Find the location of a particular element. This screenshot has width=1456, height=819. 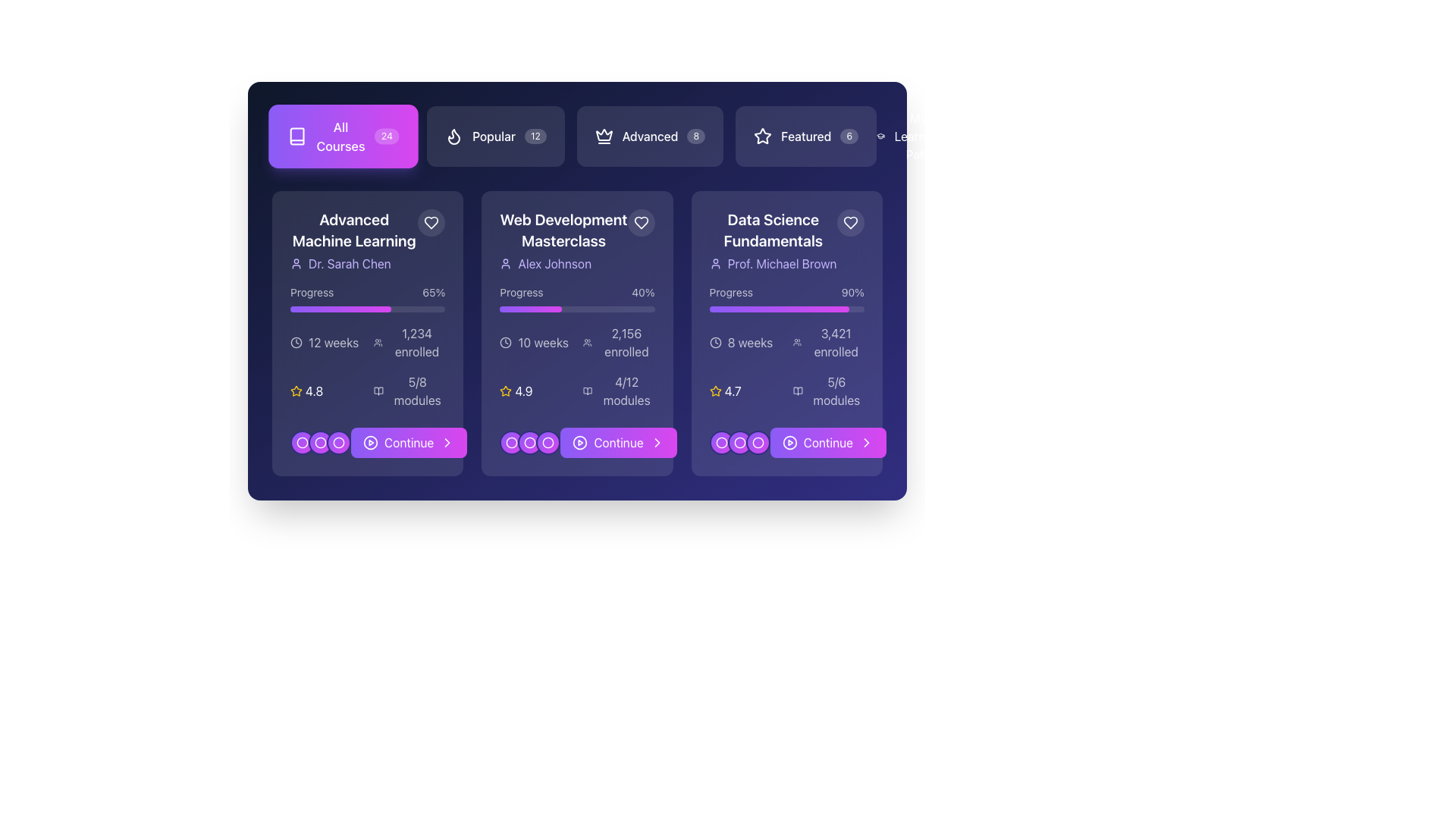

the rectangular button labeled 'Continue' with a gradient background transitioning from violet to fuchsia, located at the bottom center of the middle card in a grid layout, to proceed is located at coordinates (619, 442).